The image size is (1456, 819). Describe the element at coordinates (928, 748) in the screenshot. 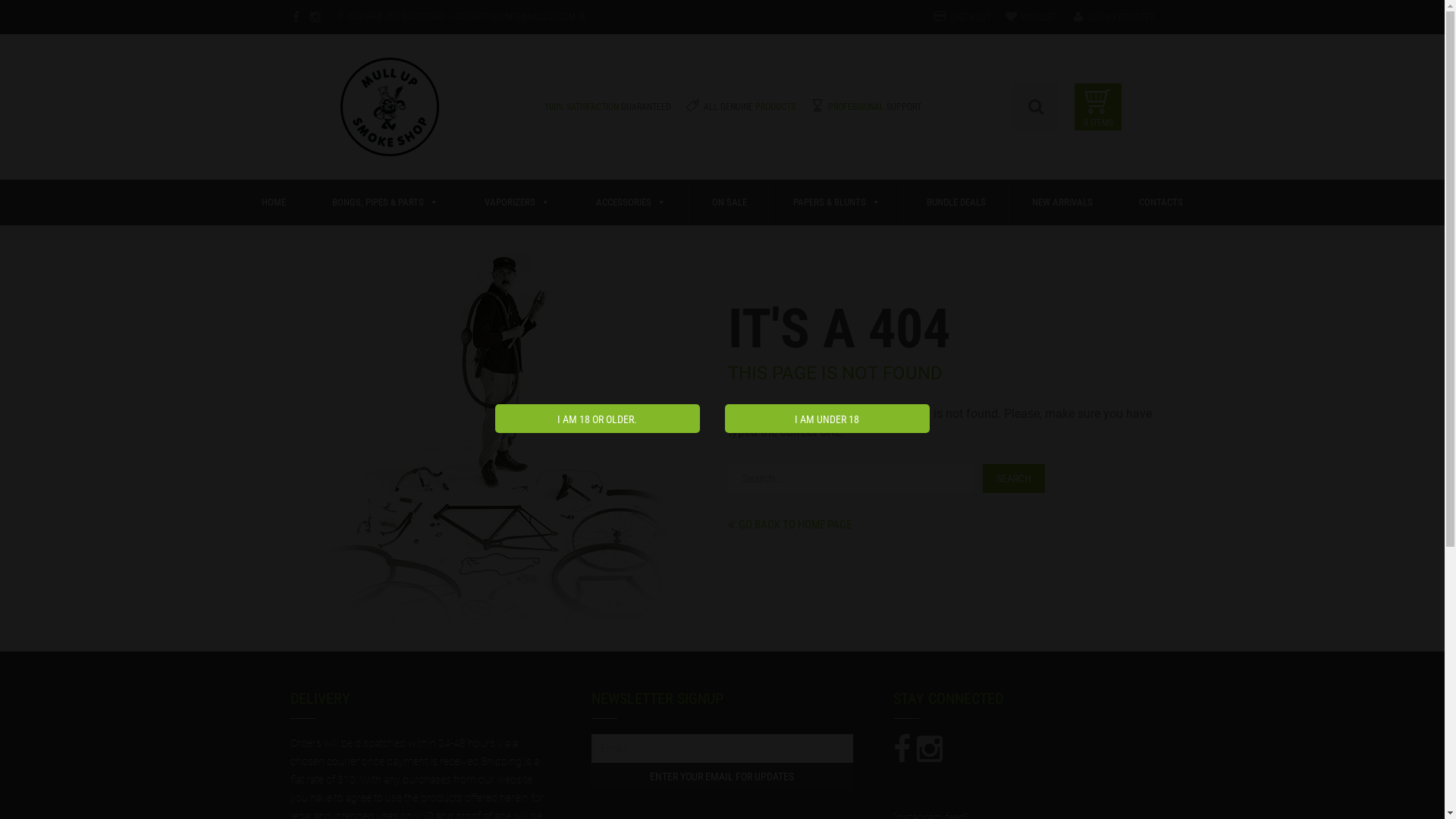

I see `'Connect us'` at that location.